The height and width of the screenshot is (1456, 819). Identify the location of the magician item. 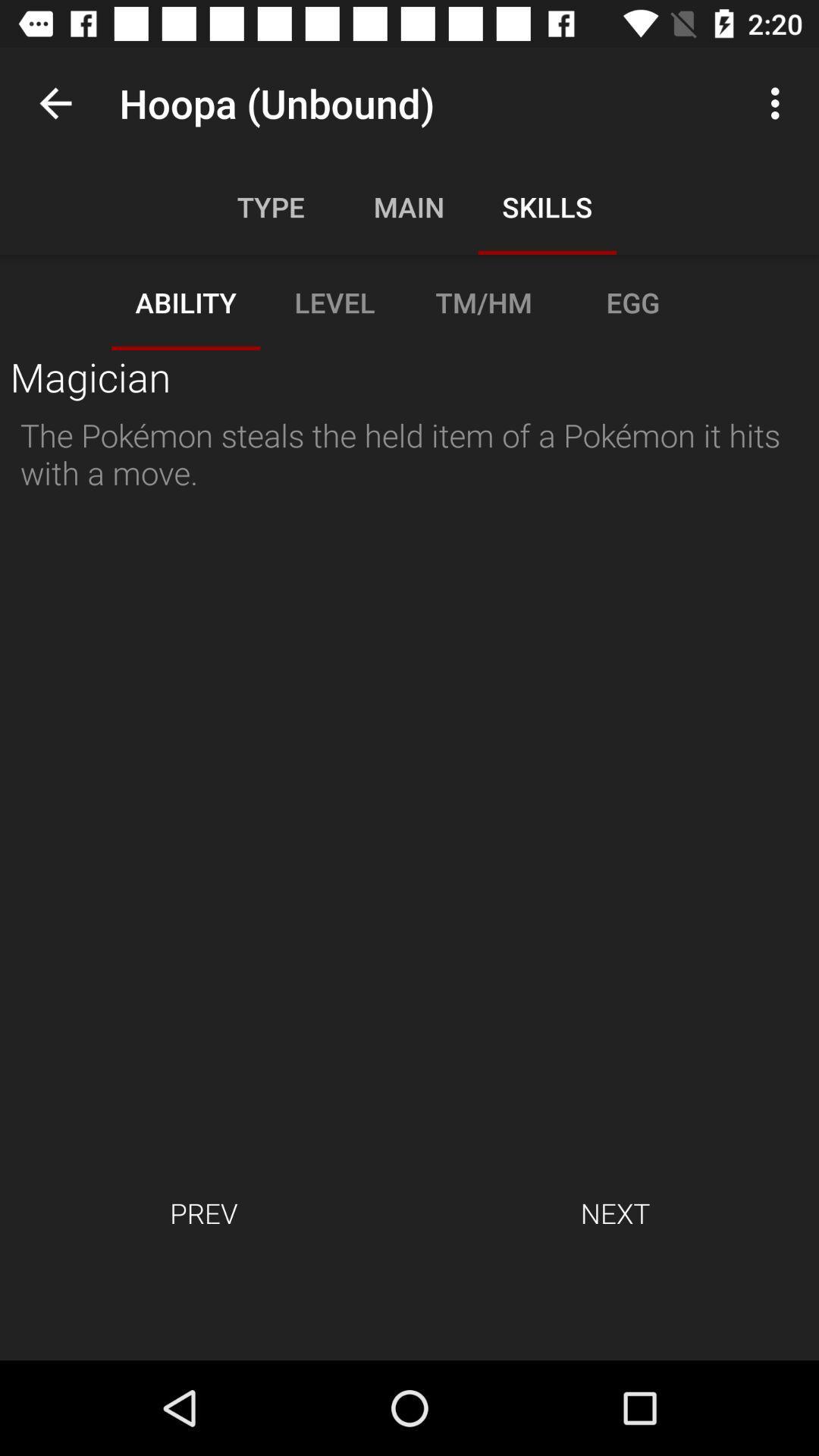
(90, 376).